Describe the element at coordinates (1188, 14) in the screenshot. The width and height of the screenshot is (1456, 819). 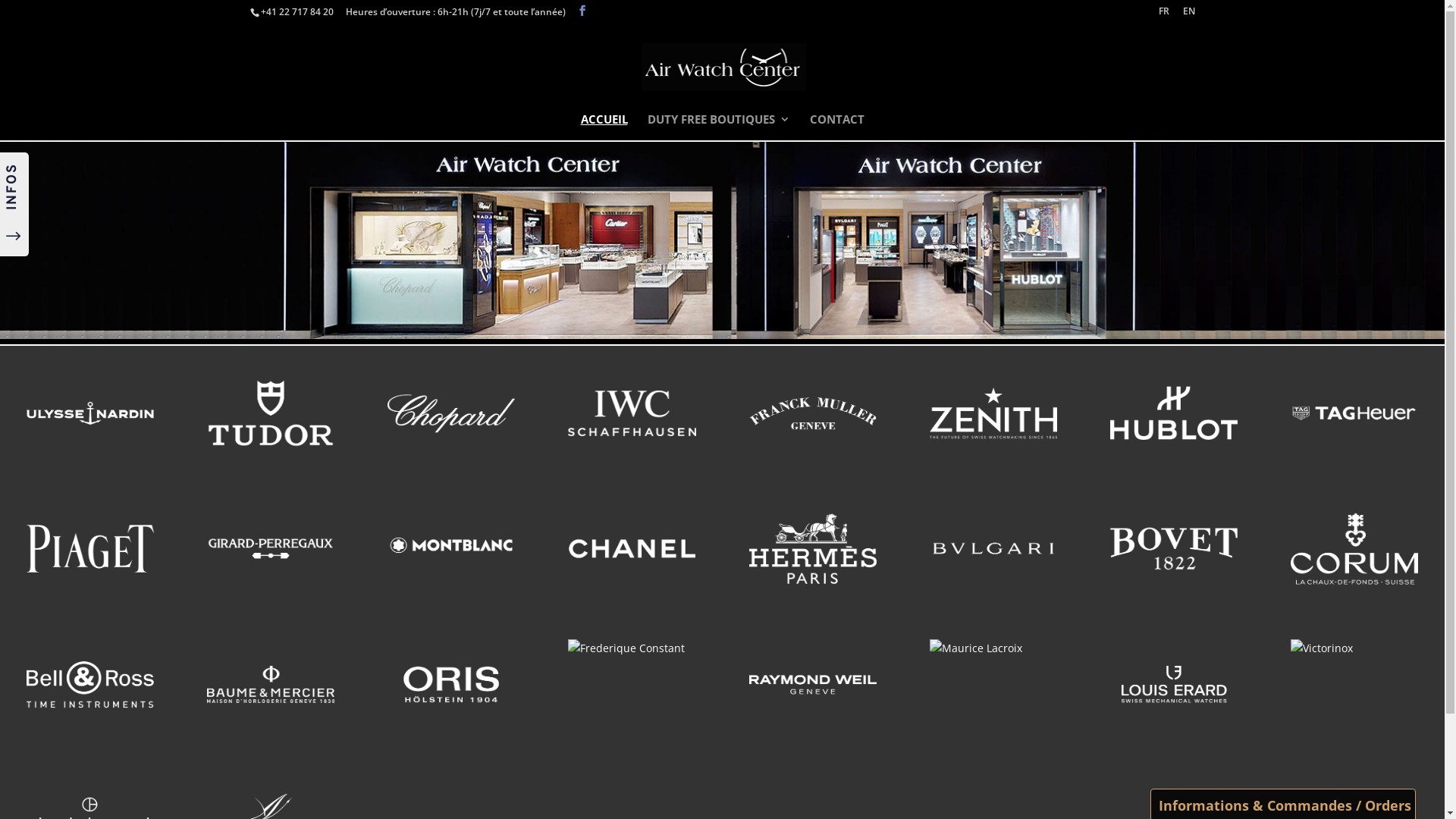
I see `'EN'` at that location.